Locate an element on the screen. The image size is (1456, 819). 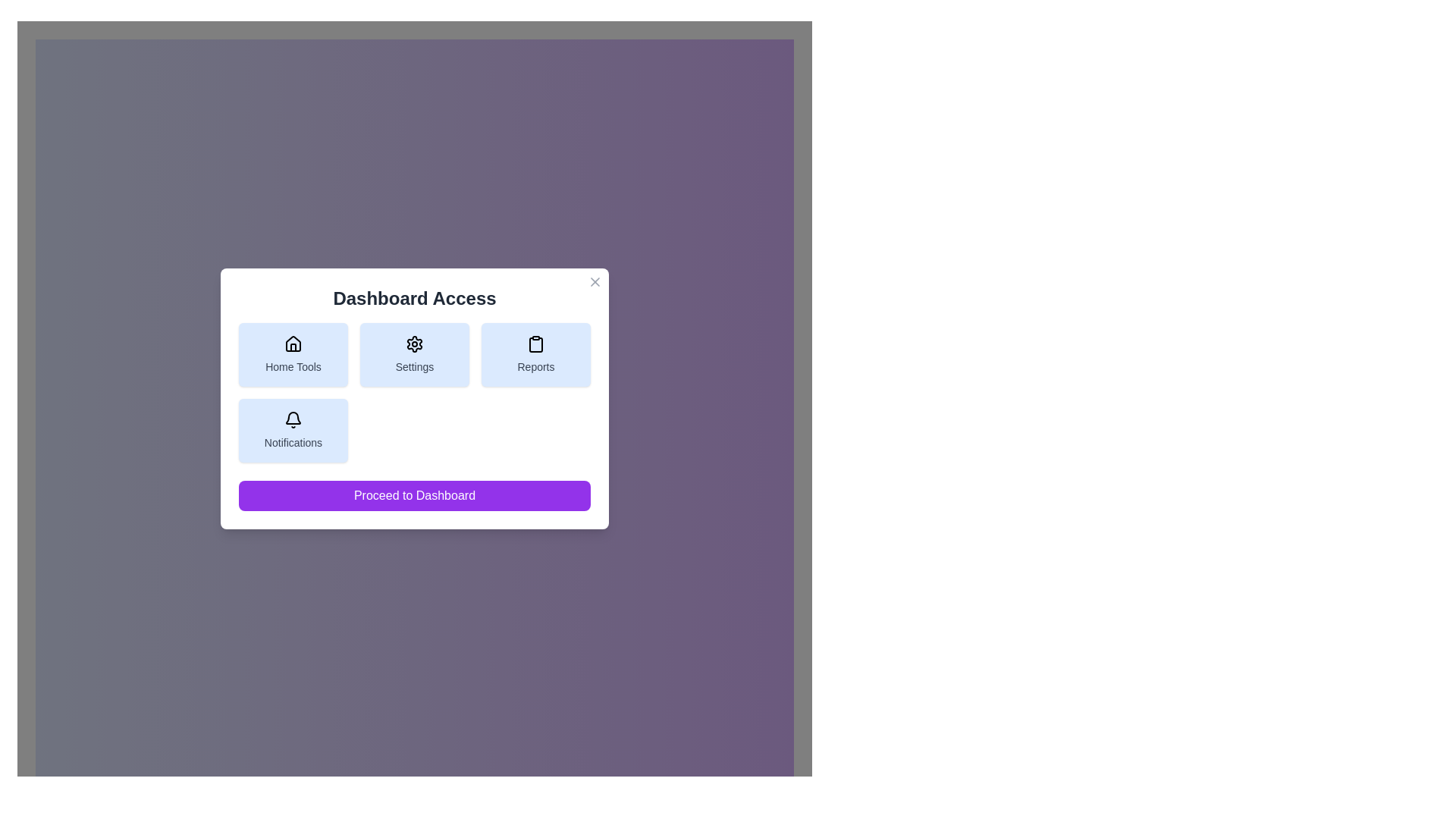
the Grid of Buttons is located at coordinates (415, 391).